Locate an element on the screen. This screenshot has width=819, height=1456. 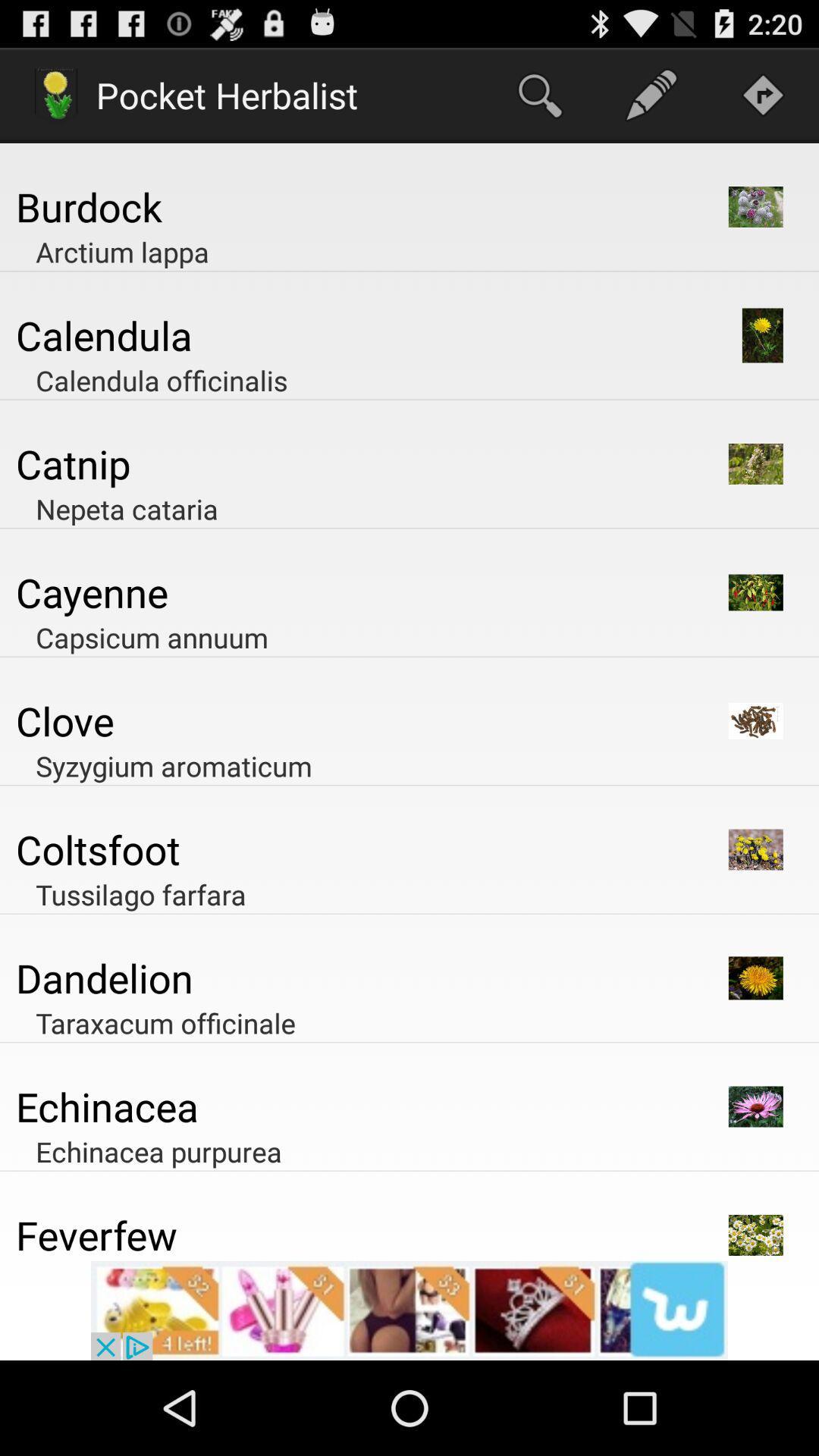
advertisement display window is located at coordinates (409, 1310).